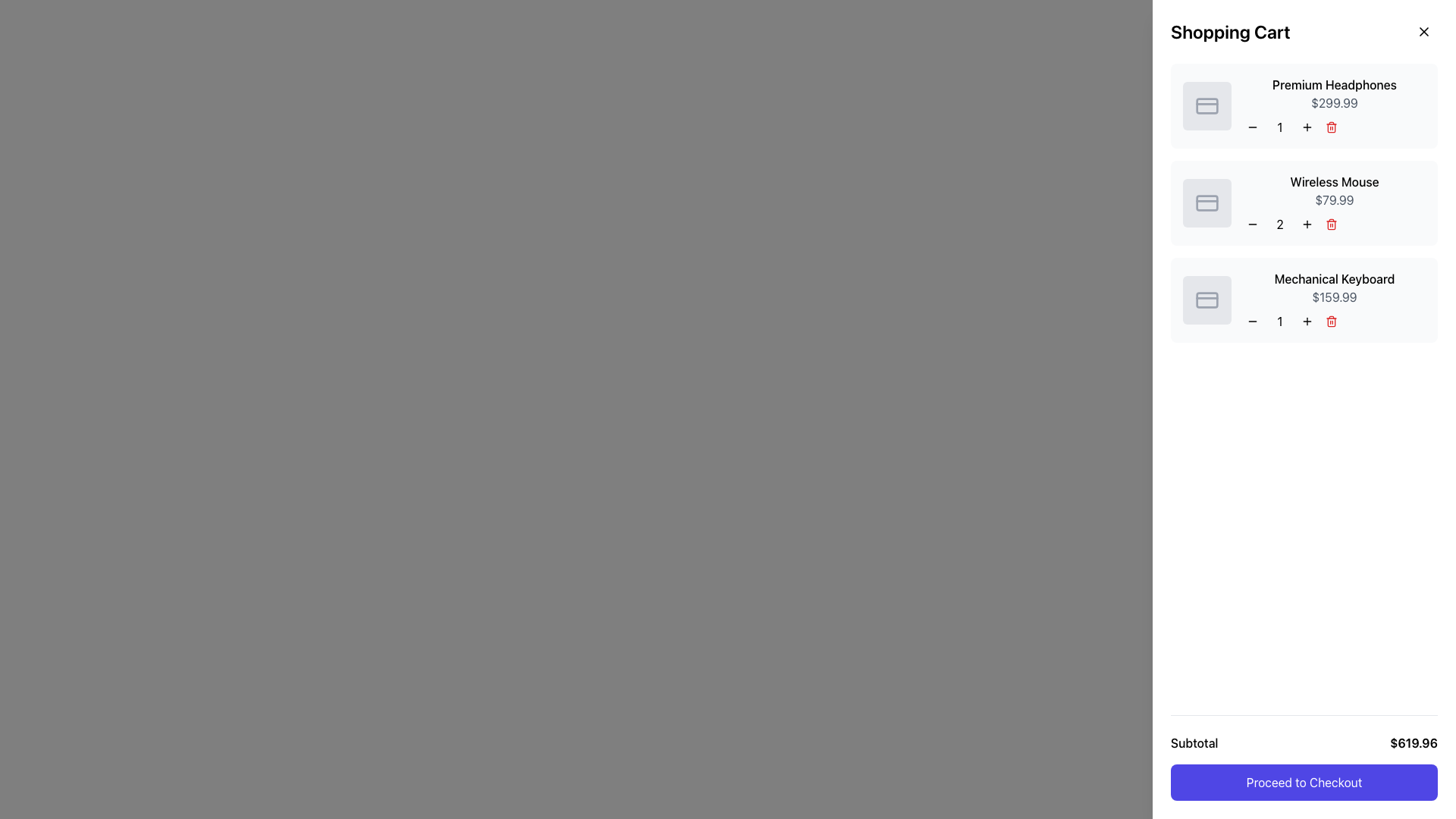 Image resolution: width=1456 pixels, height=819 pixels. I want to click on the text label identifying the first product in the shopping cart as 'Premium Headphones', which is located at the top item block above the price, so click(1335, 84).